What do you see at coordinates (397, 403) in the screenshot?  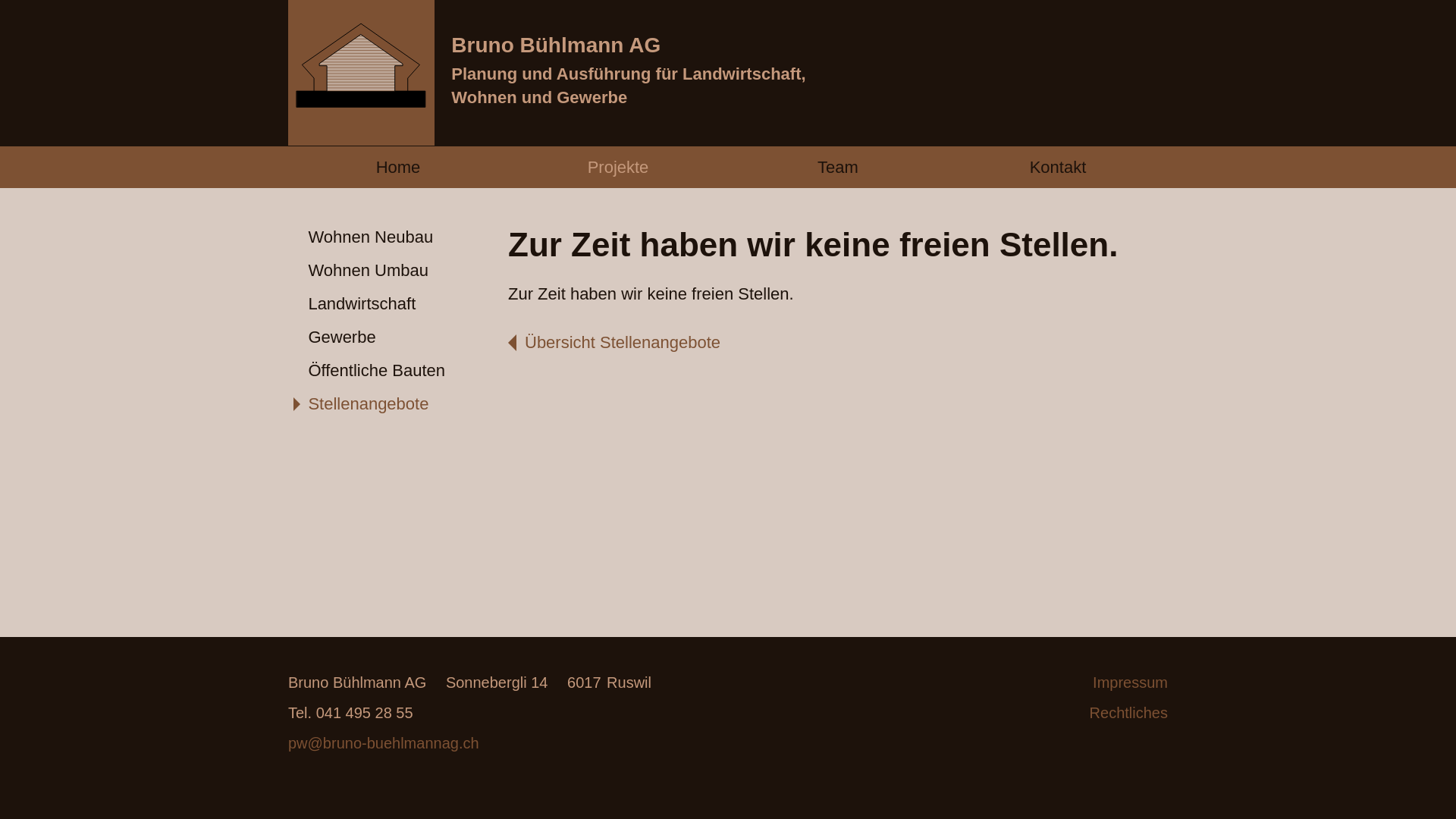 I see `'Stellenangebote'` at bounding box center [397, 403].